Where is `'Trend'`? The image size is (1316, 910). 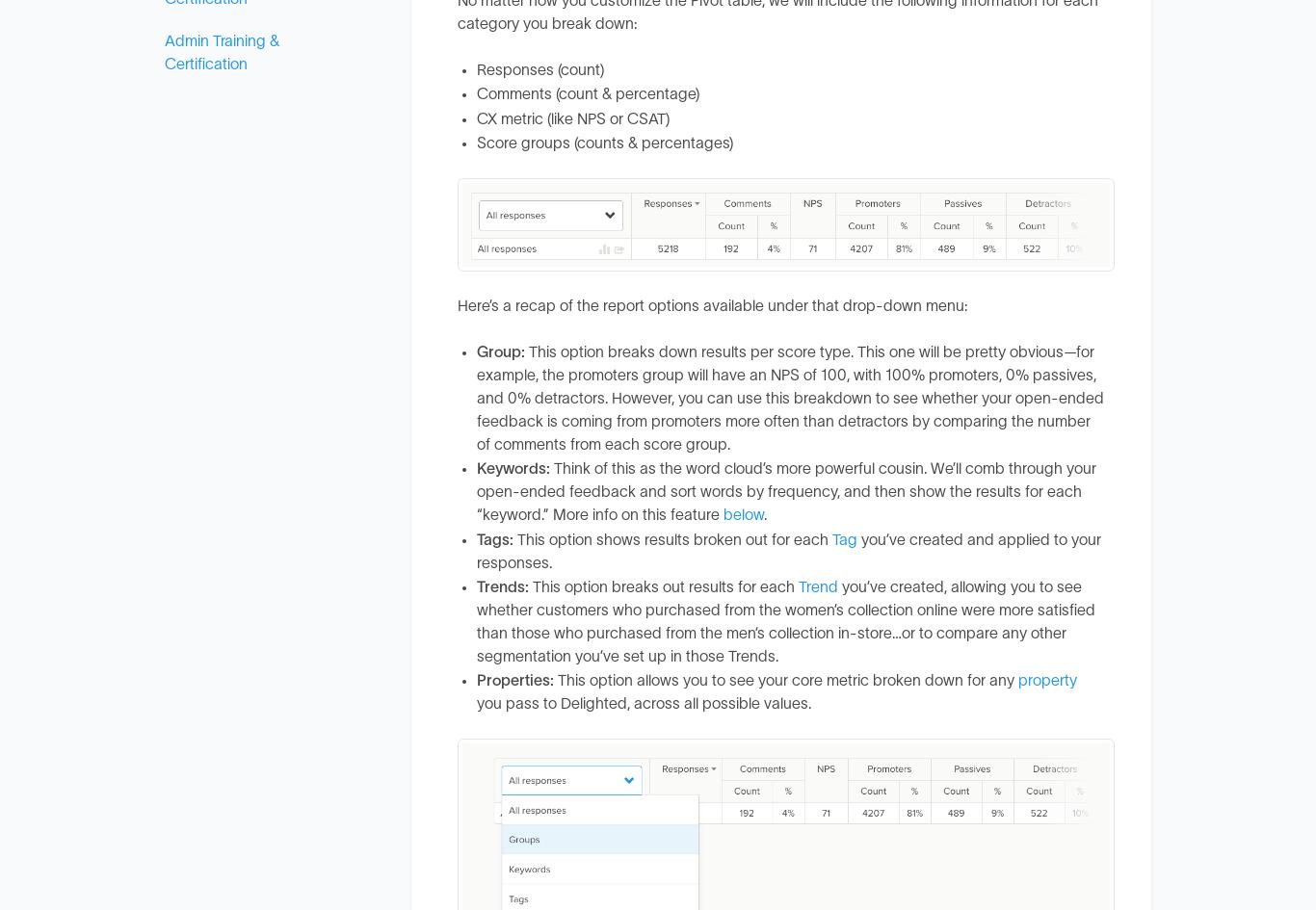
'Trend' is located at coordinates (817, 585).